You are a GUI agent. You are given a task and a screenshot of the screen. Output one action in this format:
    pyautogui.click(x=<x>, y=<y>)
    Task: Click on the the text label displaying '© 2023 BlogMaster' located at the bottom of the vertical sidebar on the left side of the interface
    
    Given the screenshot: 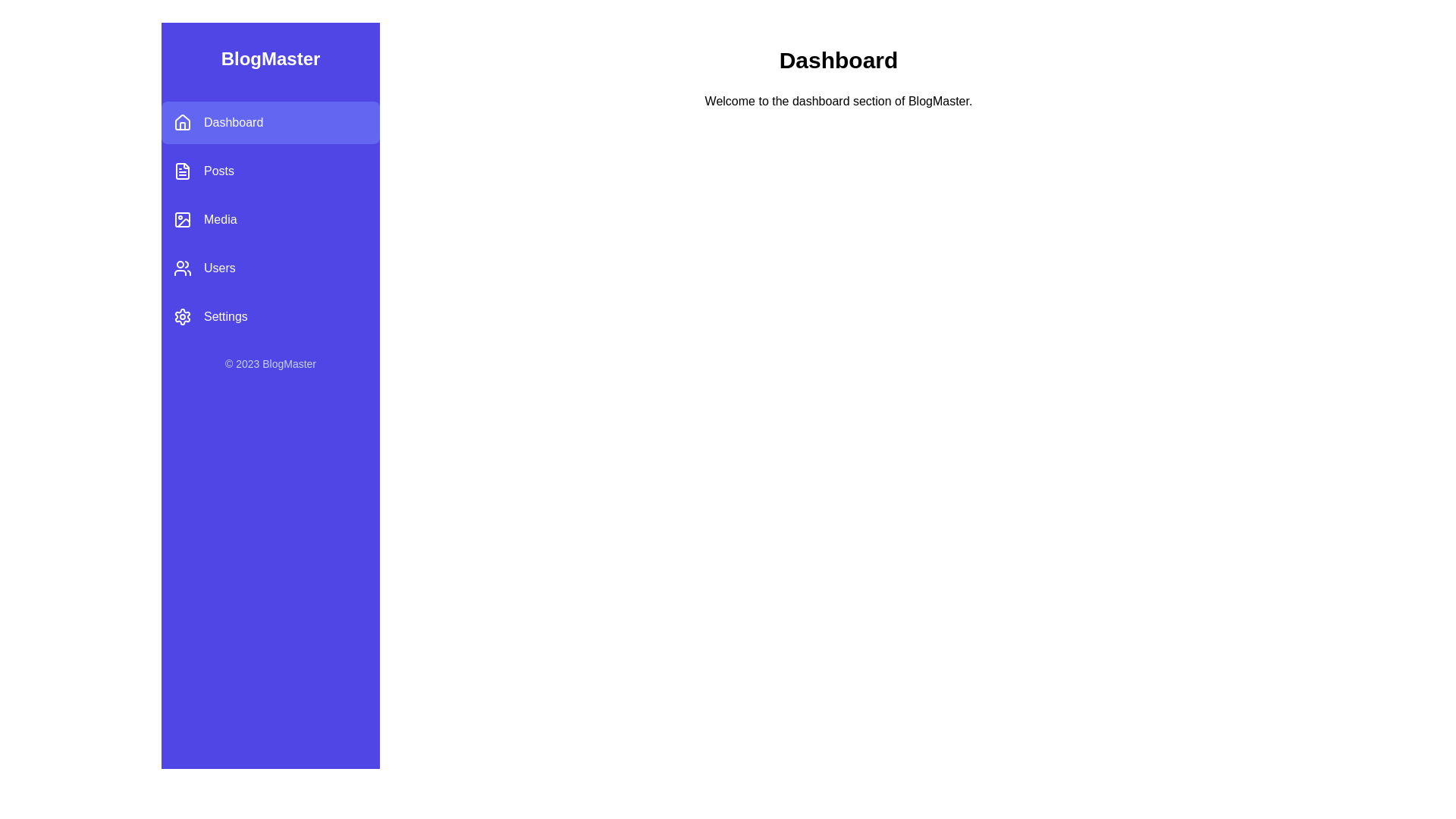 What is the action you would take?
    pyautogui.click(x=270, y=363)
    